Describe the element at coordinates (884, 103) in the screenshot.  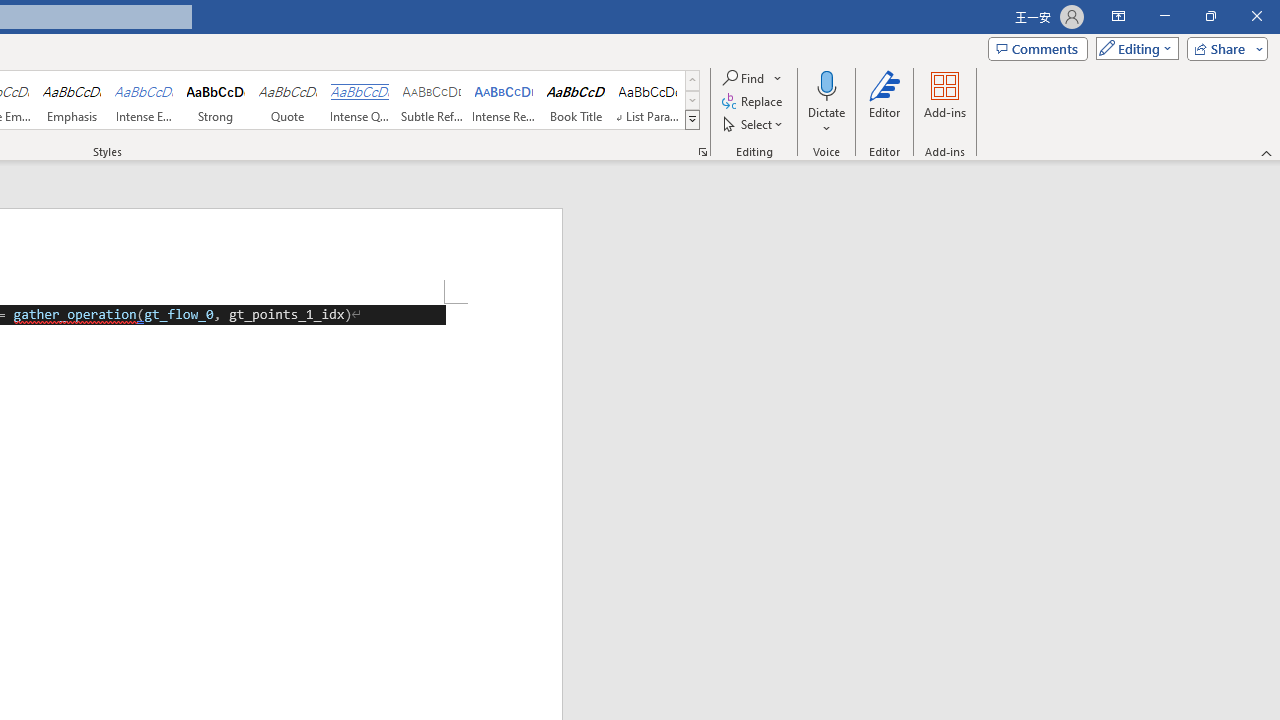
I see `'Editor'` at that location.